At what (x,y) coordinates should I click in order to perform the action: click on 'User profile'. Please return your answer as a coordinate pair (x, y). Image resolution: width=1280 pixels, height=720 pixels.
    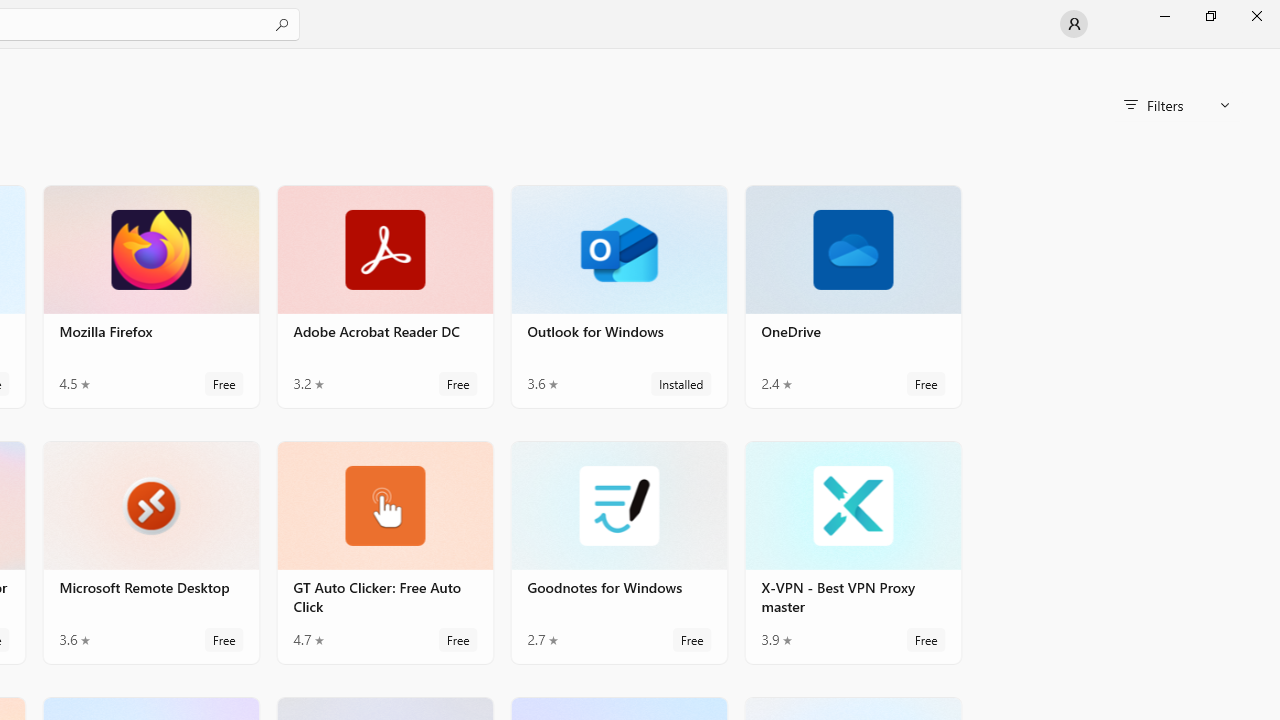
    Looking at the image, I should click on (1072, 24).